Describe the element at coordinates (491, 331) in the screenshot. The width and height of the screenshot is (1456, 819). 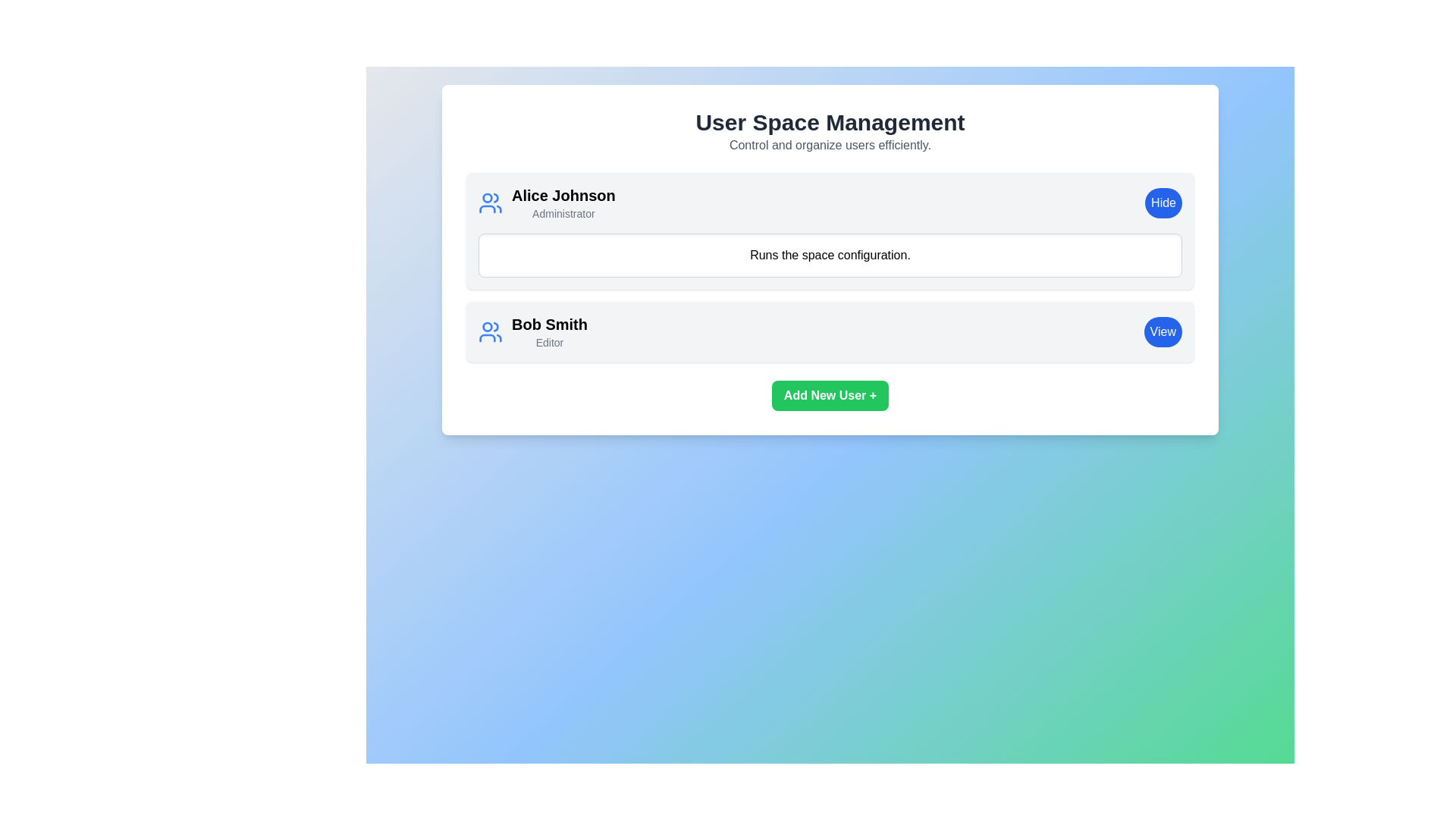
I see `the user group icon represented by two overlapping profiles in blue, located to the left of the text 'Bob Smith Editor'` at that location.